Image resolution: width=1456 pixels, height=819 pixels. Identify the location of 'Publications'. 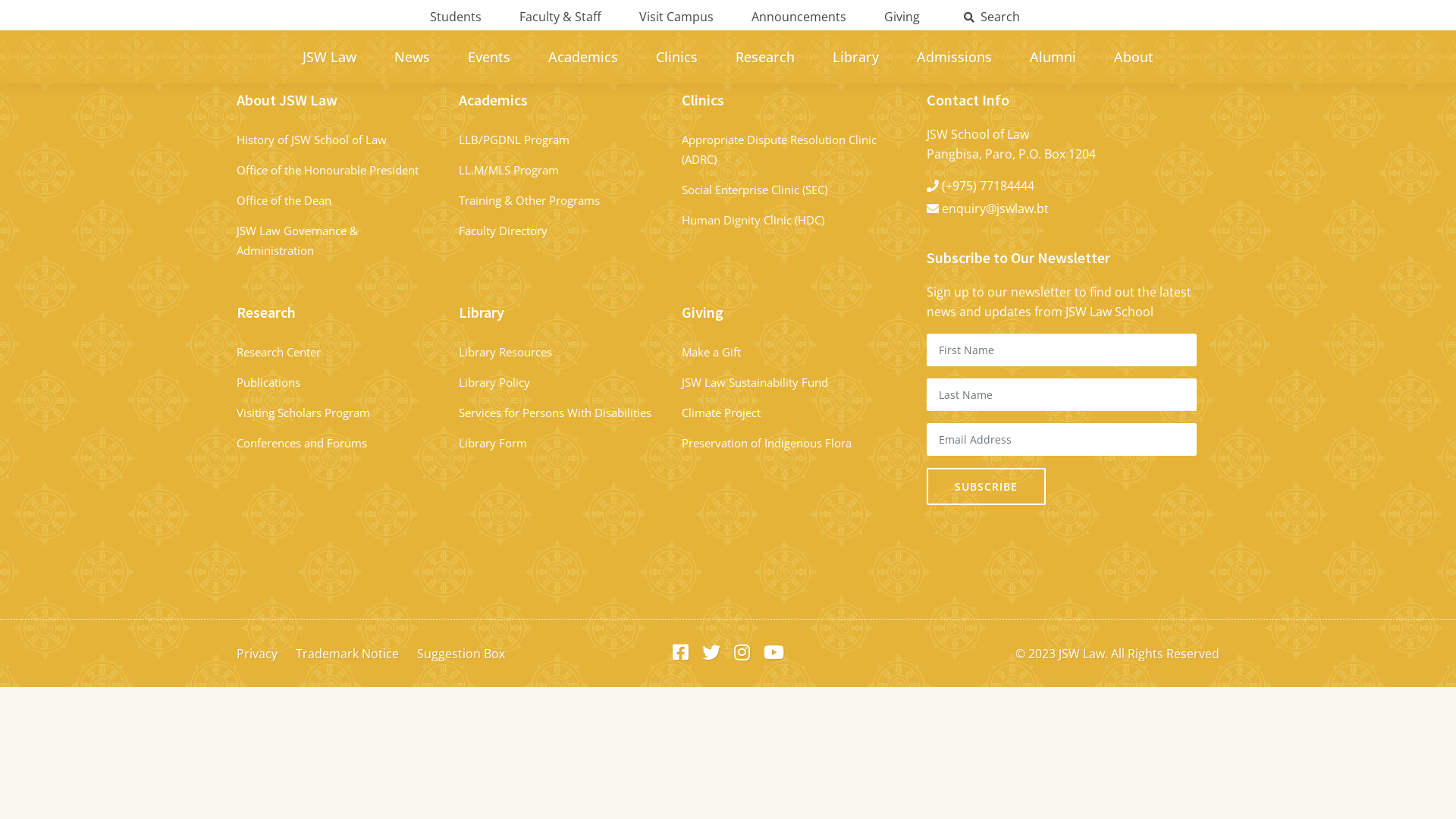
(236, 381).